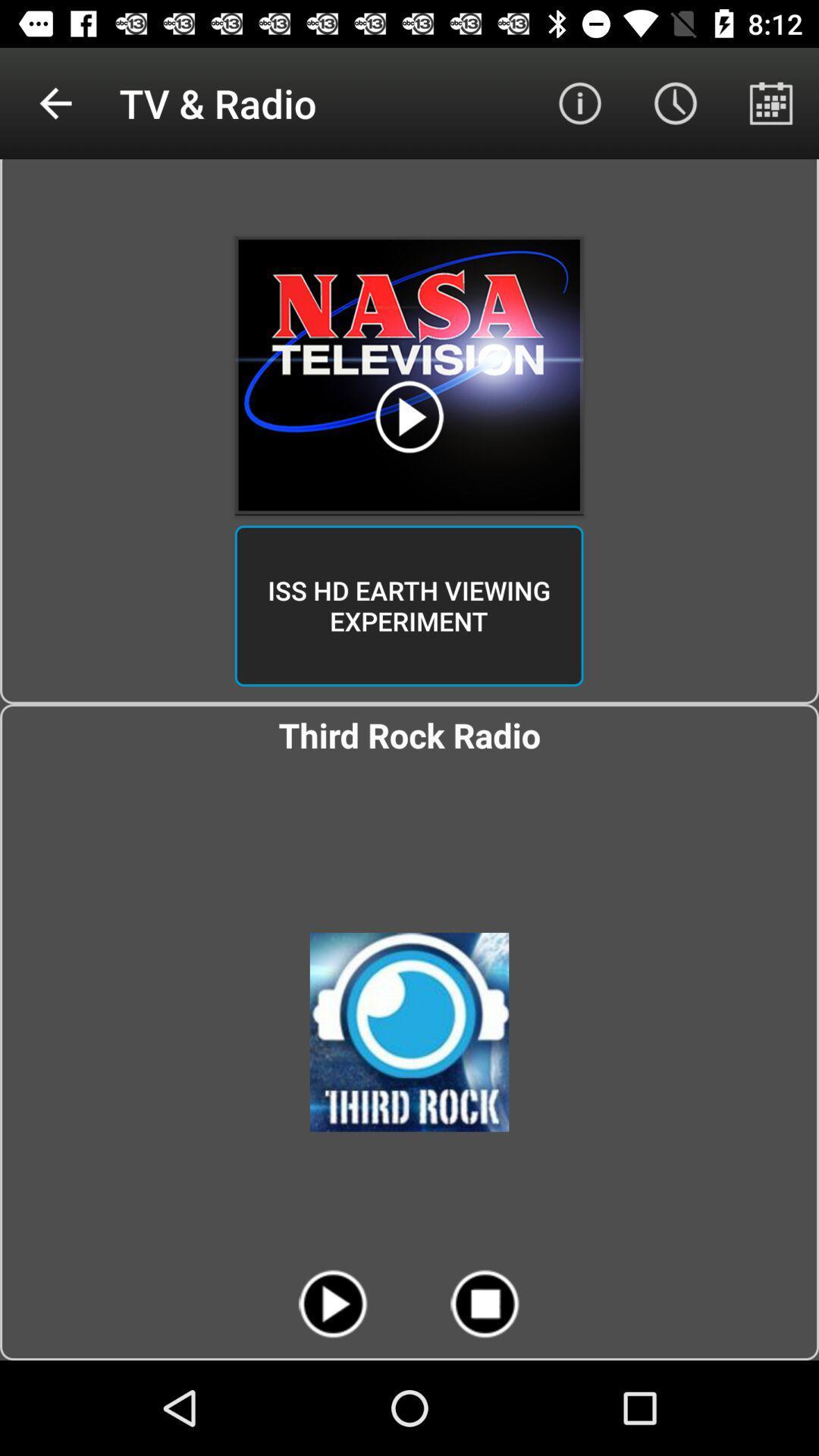 Image resolution: width=819 pixels, height=1456 pixels. What do you see at coordinates (332, 1303) in the screenshot?
I see `the play icon` at bounding box center [332, 1303].